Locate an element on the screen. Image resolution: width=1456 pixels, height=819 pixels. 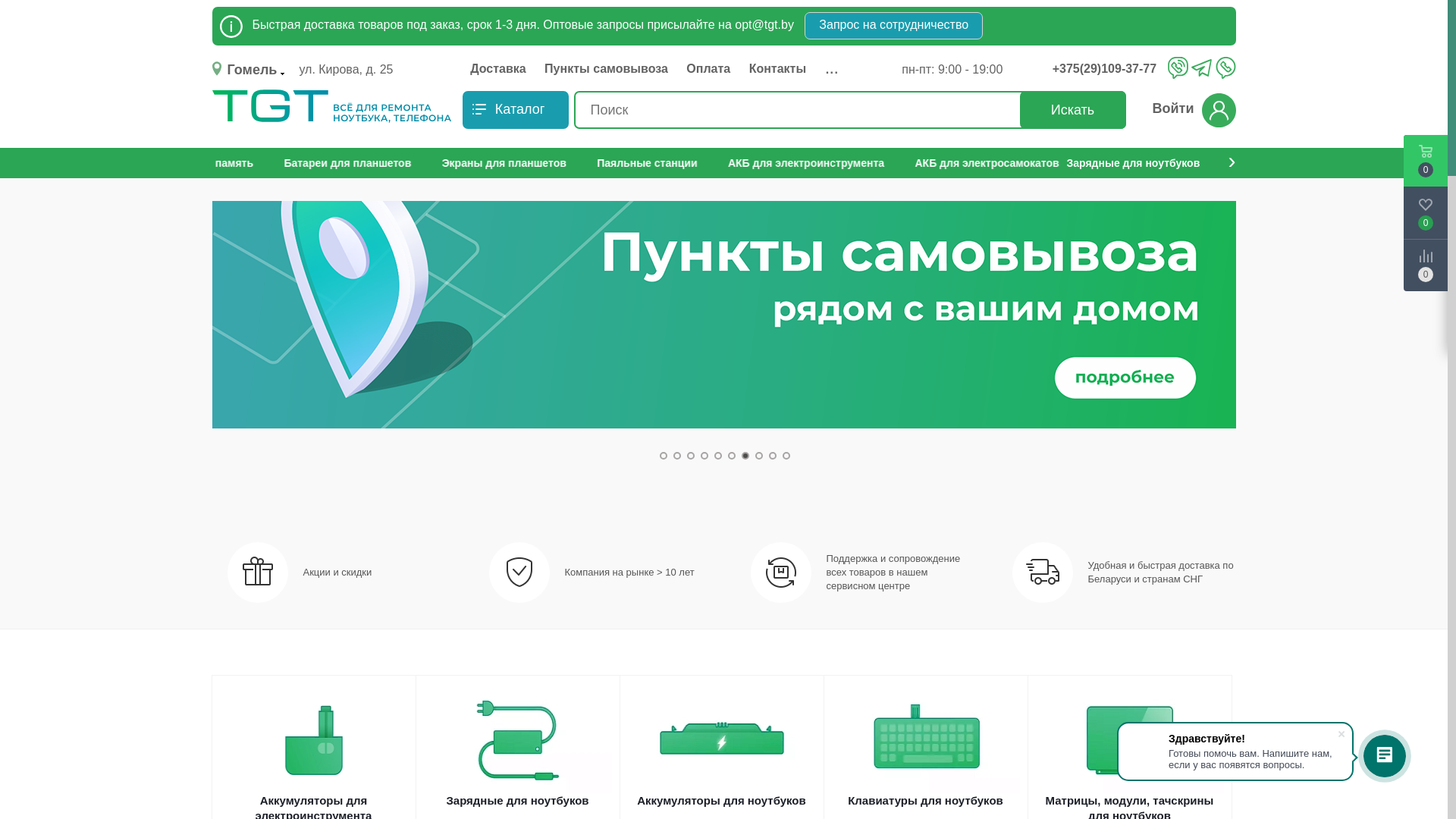
'whatsapp' is located at coordinates (1225, 66).